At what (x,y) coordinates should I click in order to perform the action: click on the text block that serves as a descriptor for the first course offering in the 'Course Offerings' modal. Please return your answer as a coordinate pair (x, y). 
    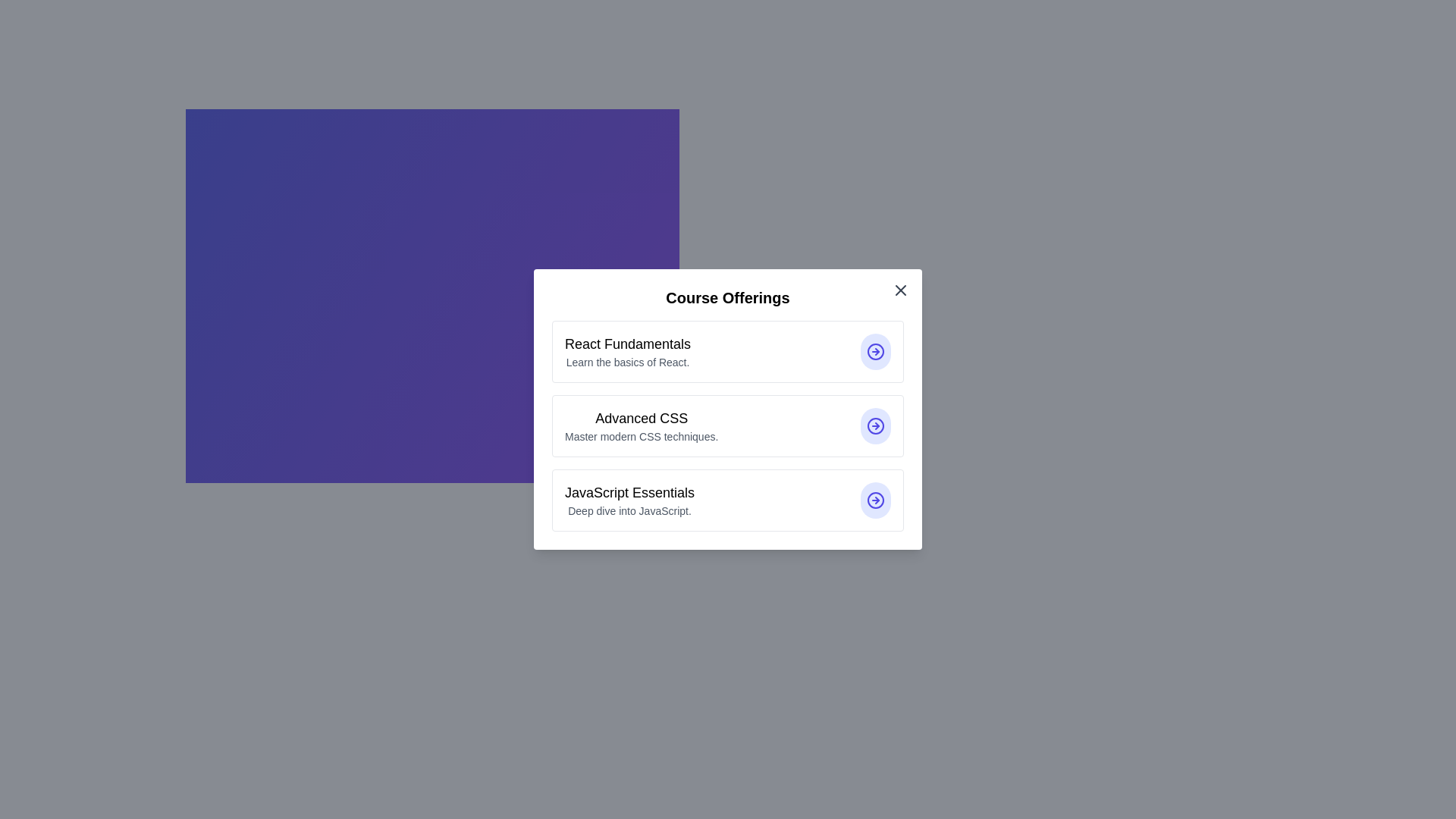
    Looking at the image, I should click on (628, 351).